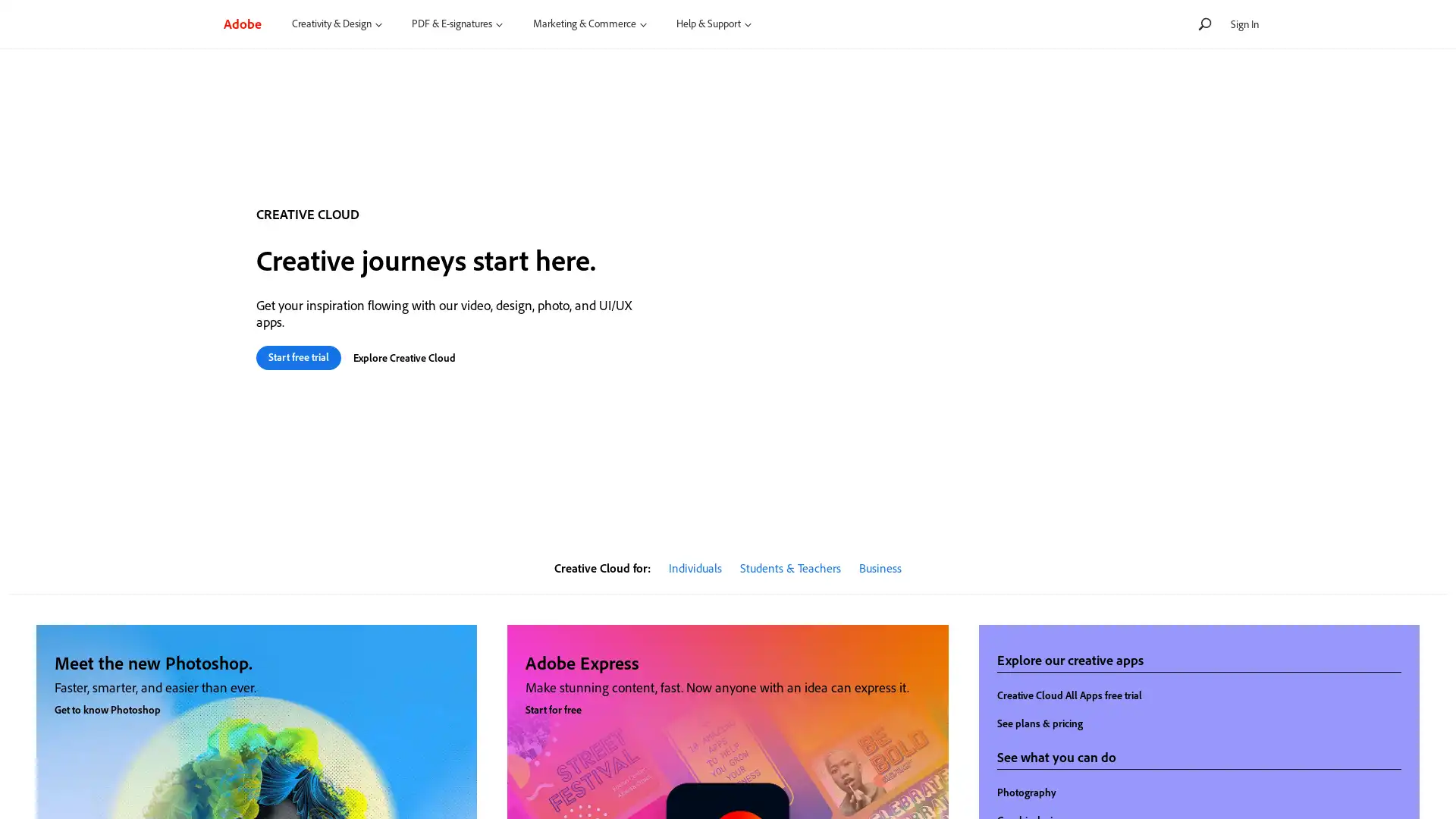 The width and height of the screenshot is (1456, 819). Describe the element at coordinates (366, 657) in the screenshot. I see `close` at that location.